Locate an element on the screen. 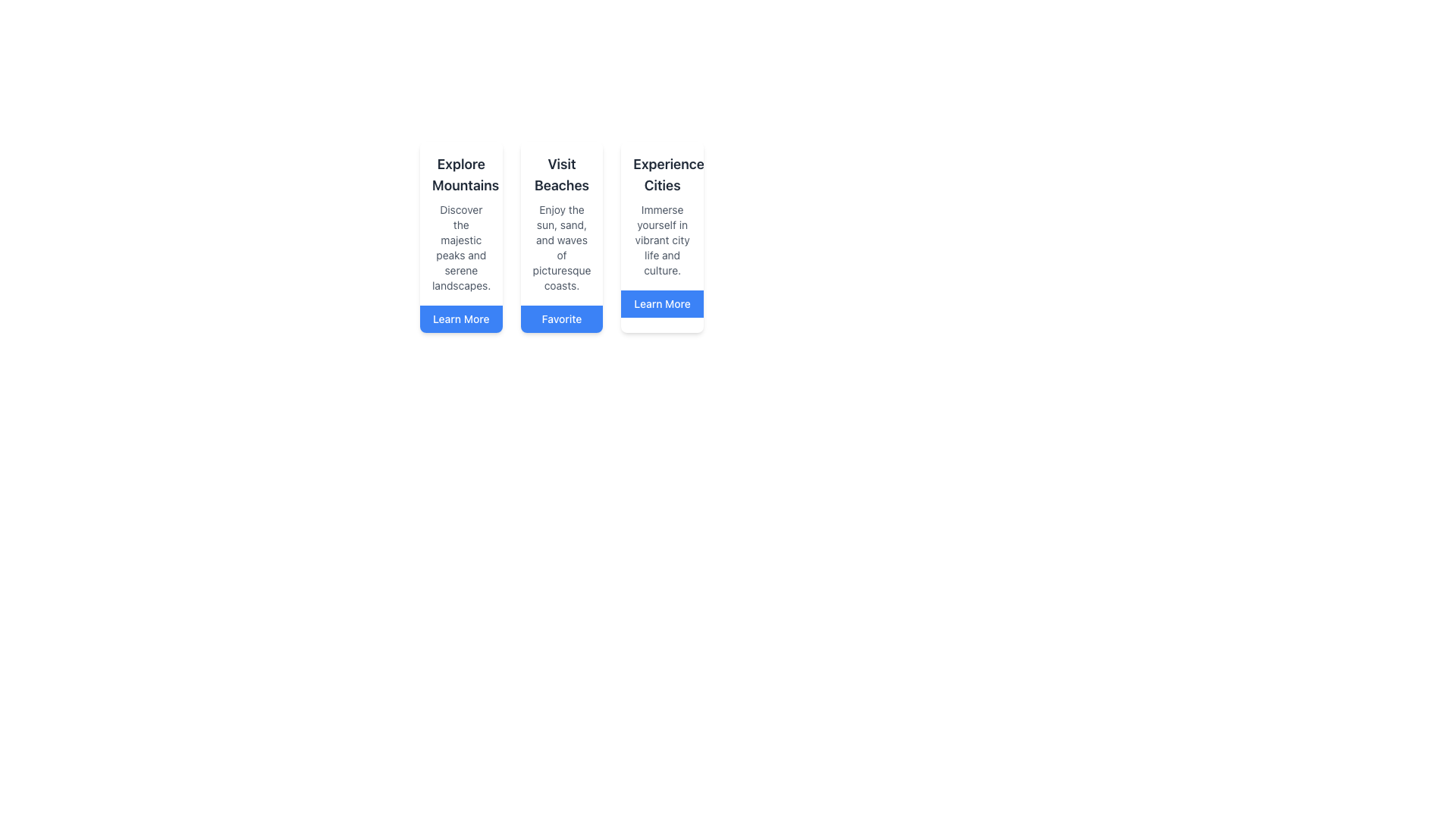  the 'Learn More' button with a blue background located at the bottom of the 'Explore Mountains' card for accessibility interactions is located at coordinates (460, 318).